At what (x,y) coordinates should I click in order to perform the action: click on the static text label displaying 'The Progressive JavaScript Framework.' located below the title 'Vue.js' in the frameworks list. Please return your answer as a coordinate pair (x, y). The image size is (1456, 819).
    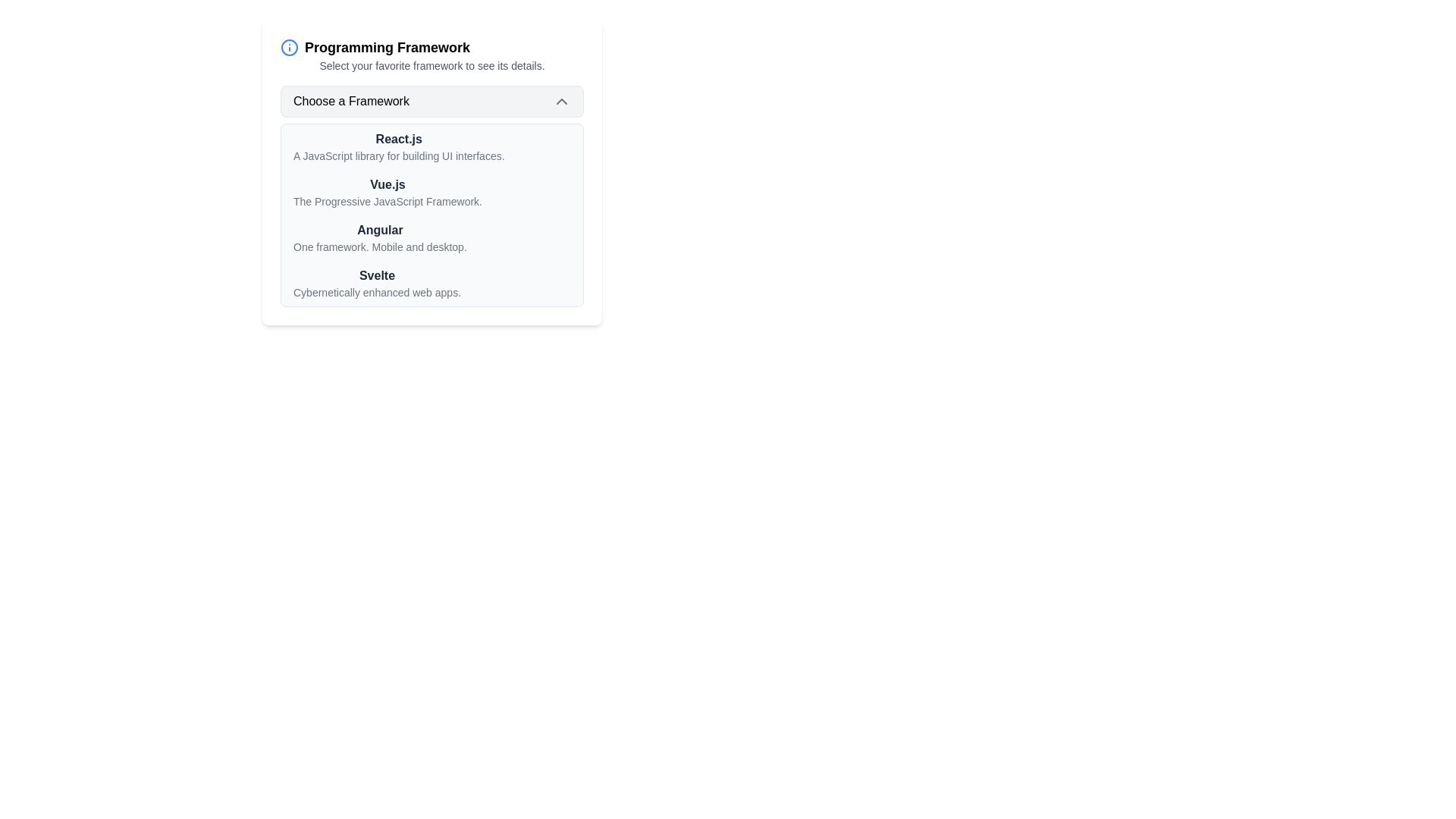
    Looking at the image, I should click on (388, 201).